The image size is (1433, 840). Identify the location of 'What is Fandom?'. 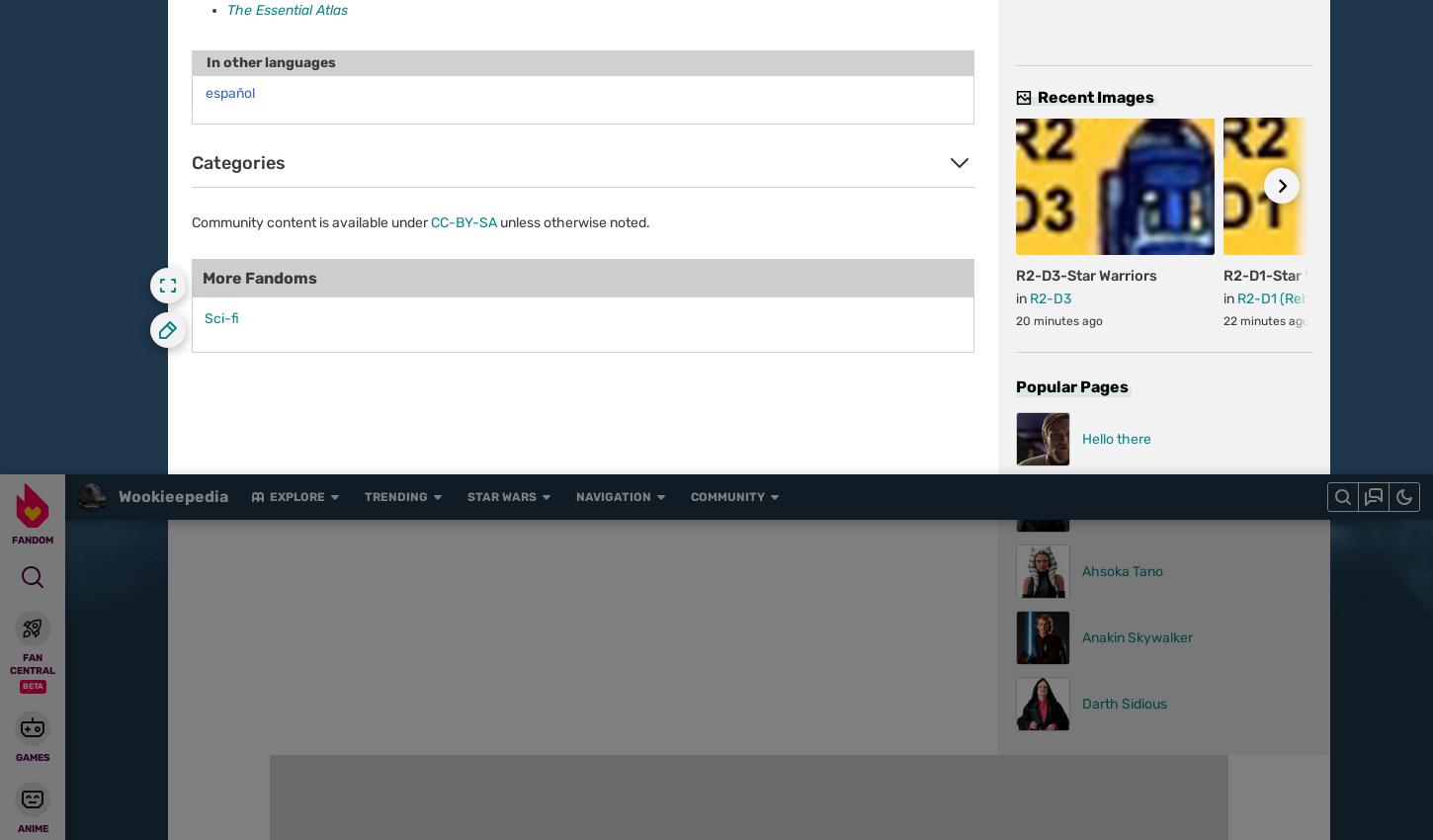
(511, 827).